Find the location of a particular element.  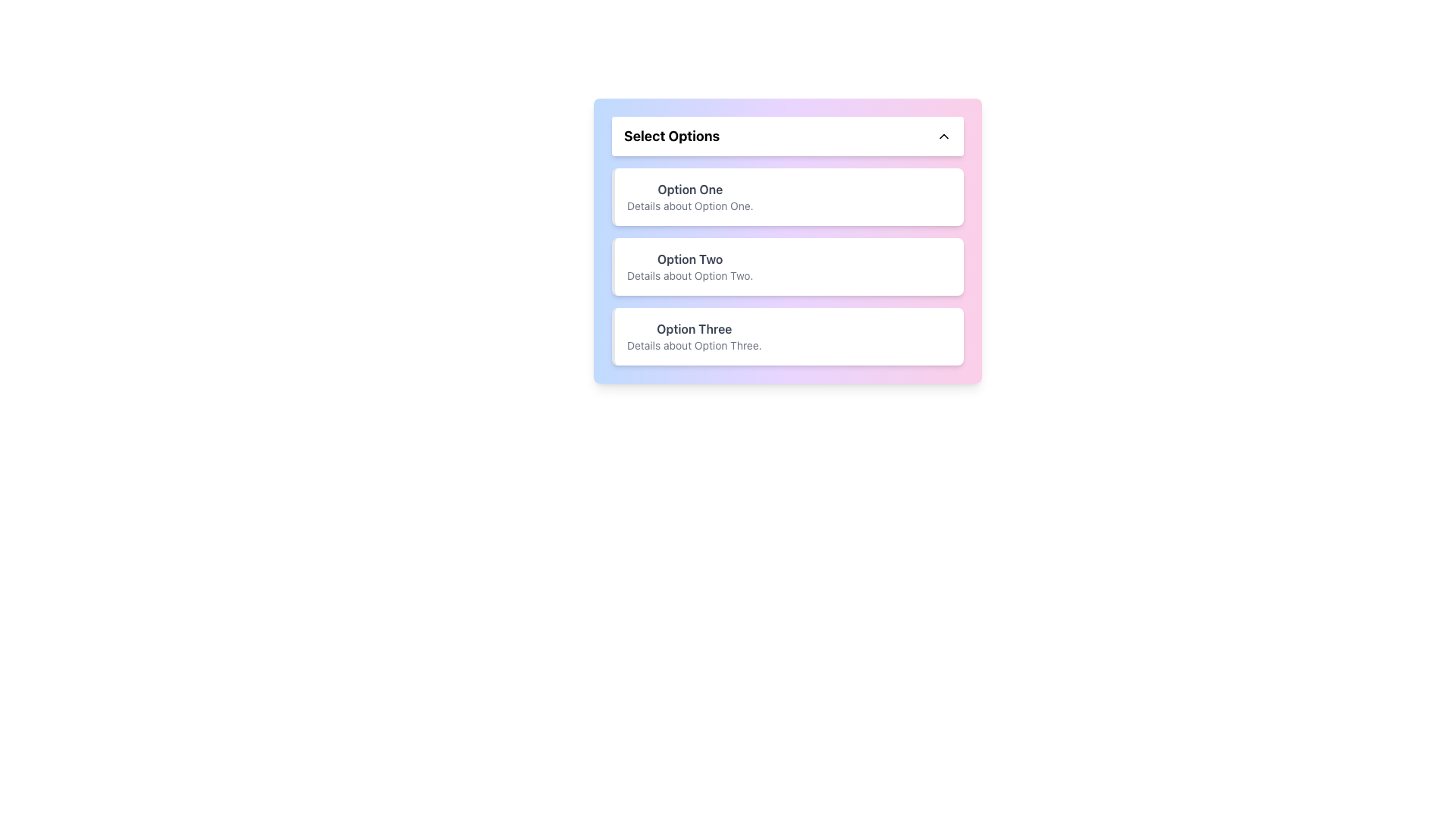

the first list item in the 'Select Options' dropdown menu that displays 'Option One' and its details is located at coordinates (689, 196).